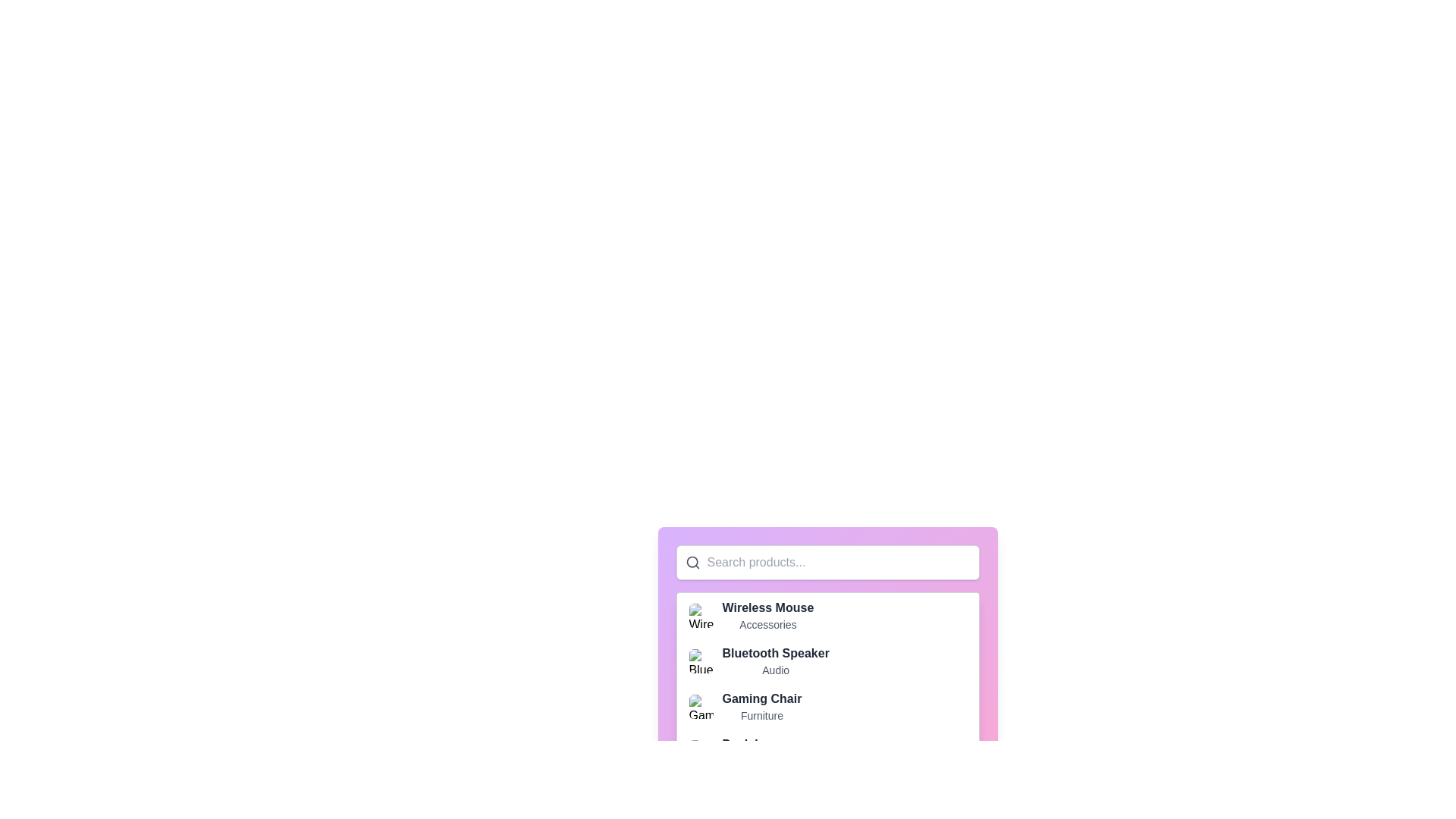  What do you see at coordinates (827, 707) in the screenshot?
I see `the third item in the dropdown list, which is the 'Gaming Chair' entry under 'Furniture'` at bounding box center [827, 707].